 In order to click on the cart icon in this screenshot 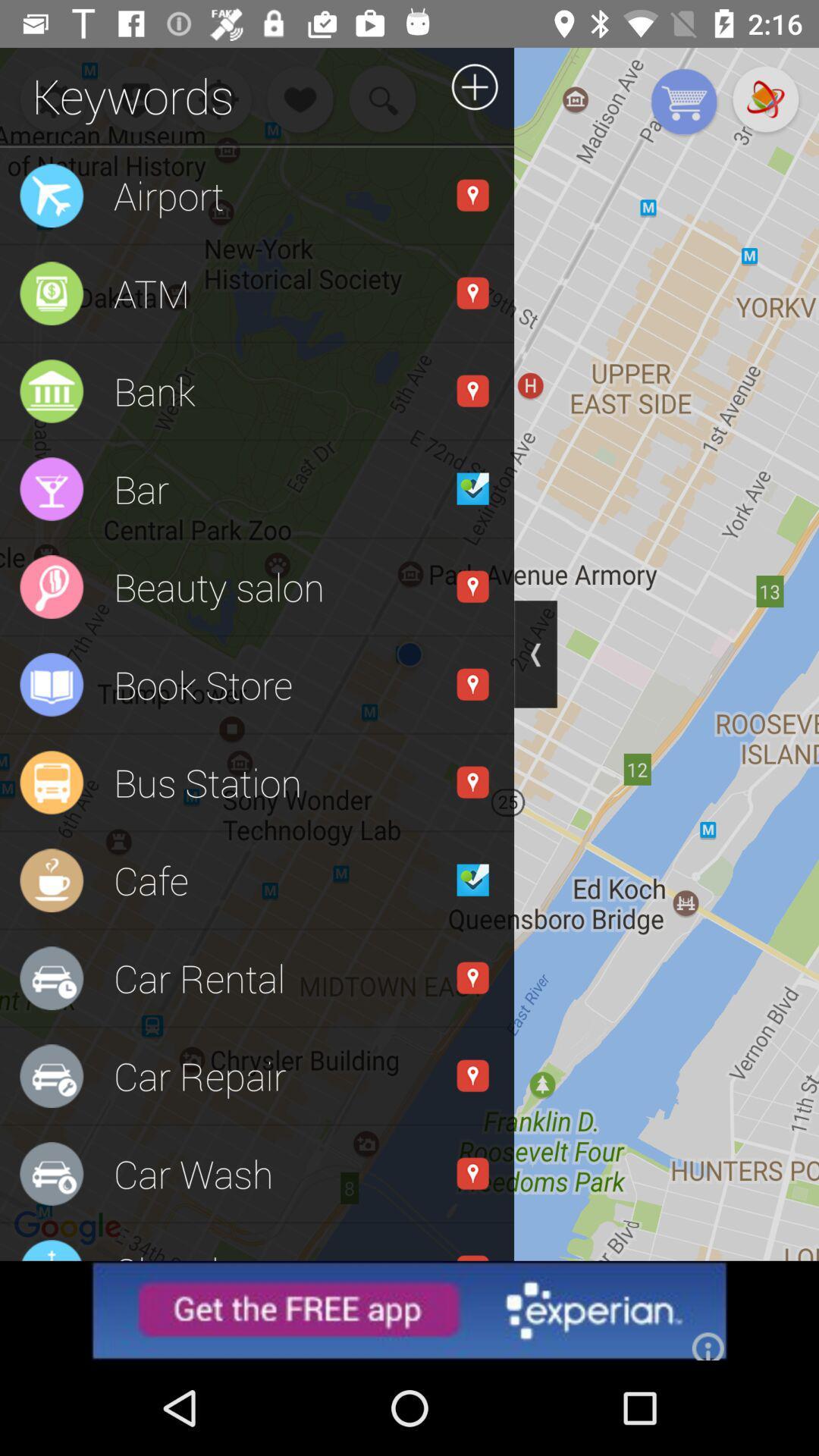, I will do `click(684, 102)`.